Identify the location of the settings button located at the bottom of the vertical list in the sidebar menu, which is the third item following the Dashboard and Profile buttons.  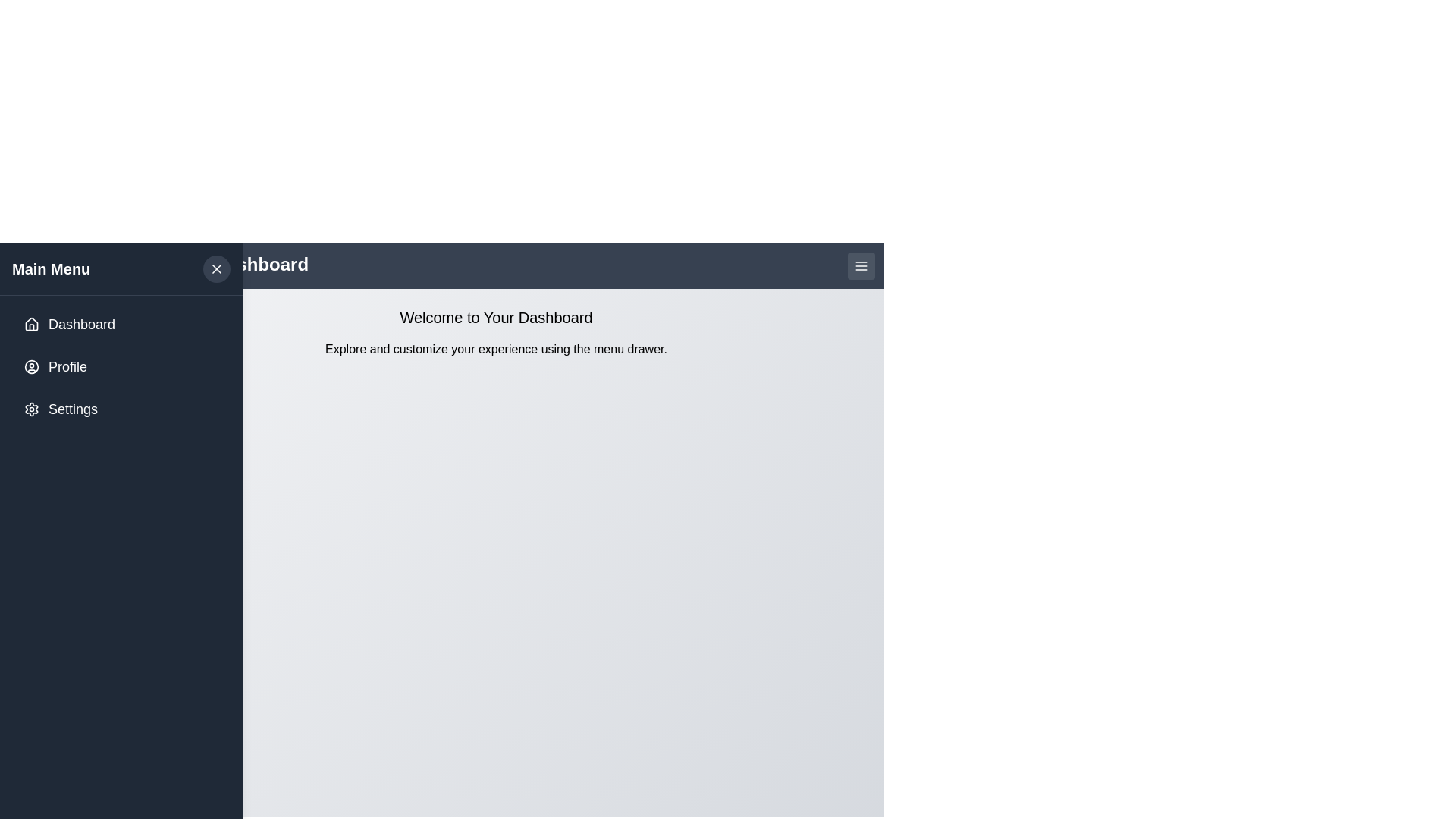
(120, 409).